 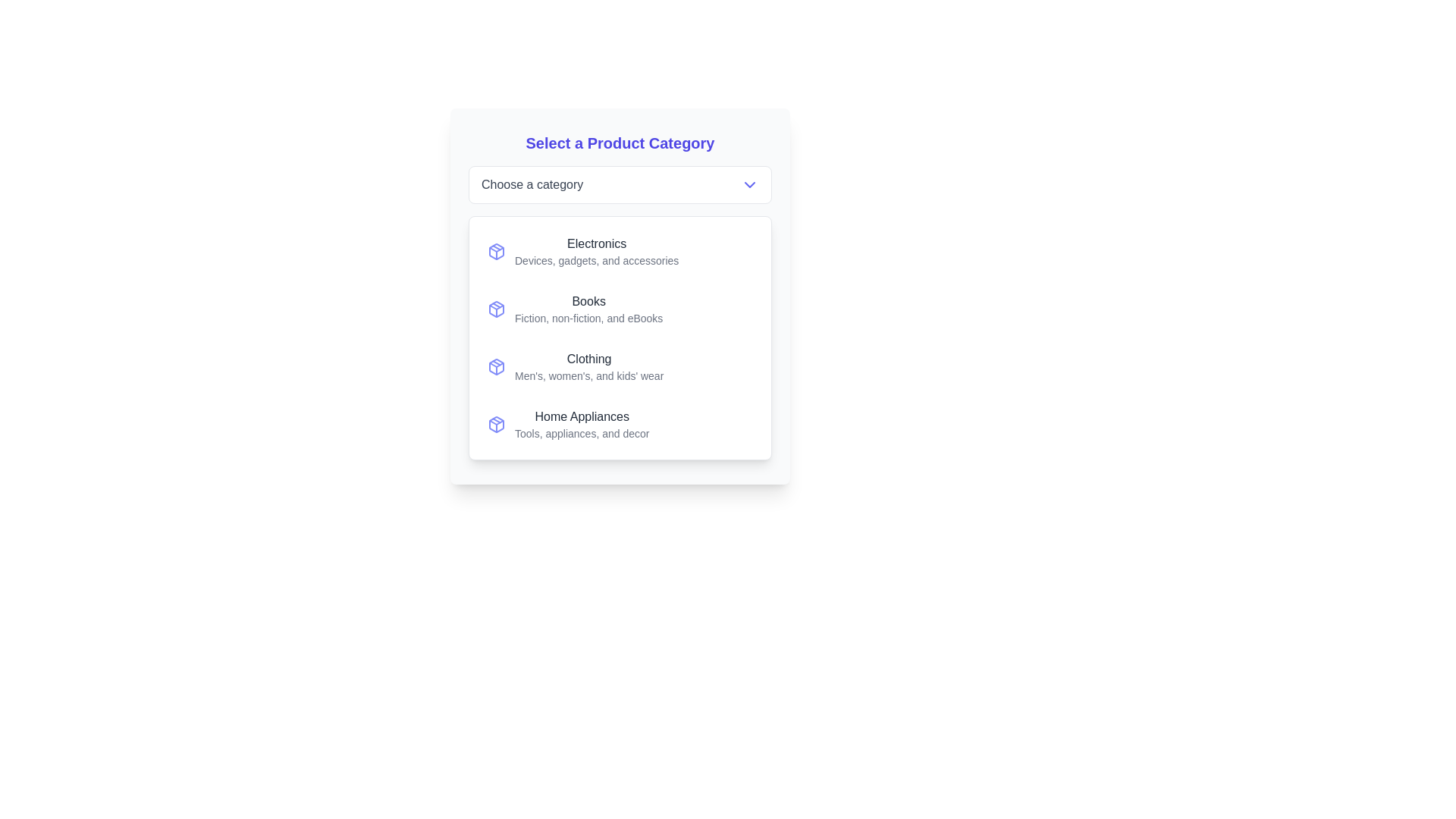 I want to click on the clickable list item titled 'Clothing' which contains the subtitle 'Men's, women's, and kids' wear' and is located in the product categories list, so click(x=620, y=366).